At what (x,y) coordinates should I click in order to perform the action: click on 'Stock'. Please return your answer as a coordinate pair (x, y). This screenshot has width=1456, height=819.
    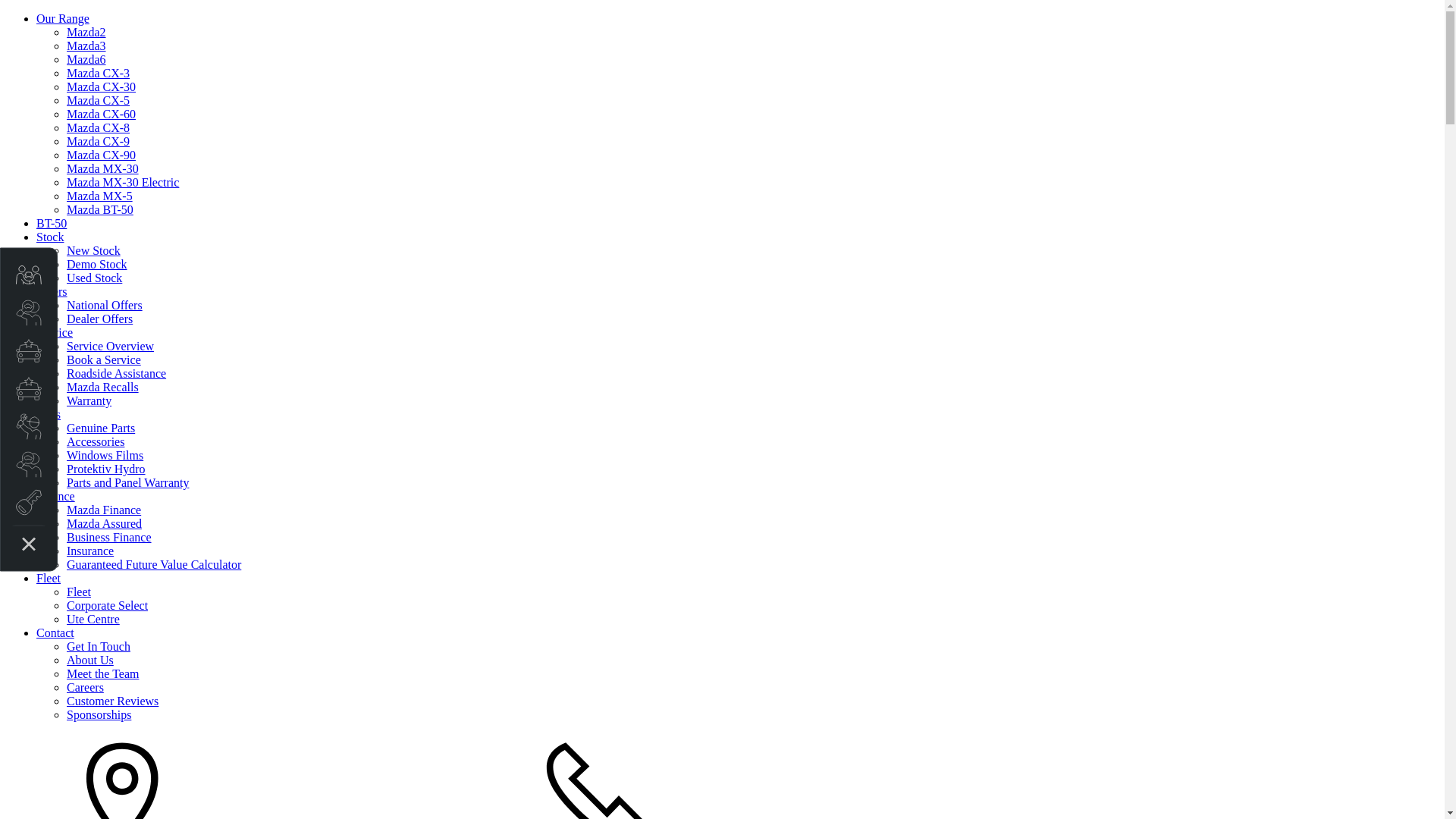
    Looking at the image, I should click on (50, 237).